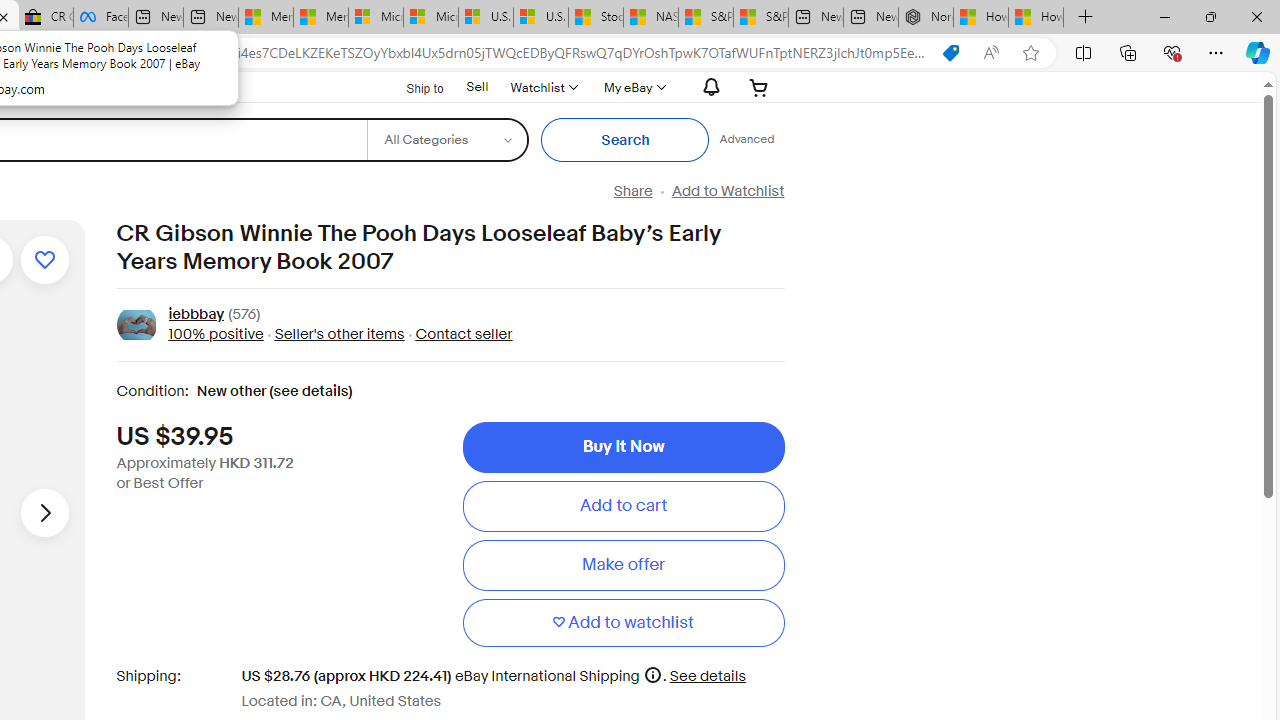 The image size is (1280, 720). Describe the element at coordinates (339, 333) in the screenshot. I see `'Seller'` at that location.